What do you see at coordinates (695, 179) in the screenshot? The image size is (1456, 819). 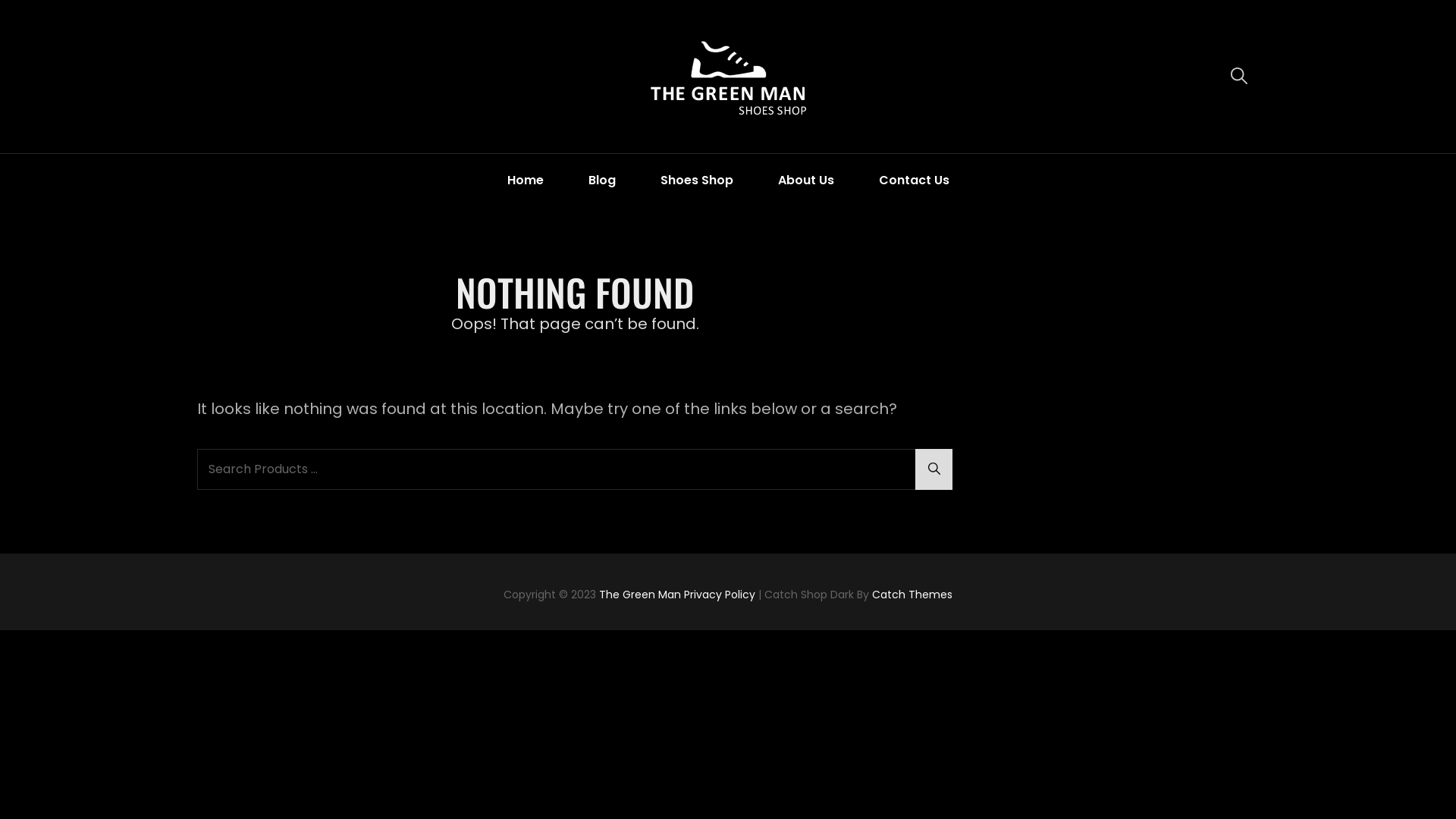 I see `'Shoes Shop'` at bounding box center [695, 179].